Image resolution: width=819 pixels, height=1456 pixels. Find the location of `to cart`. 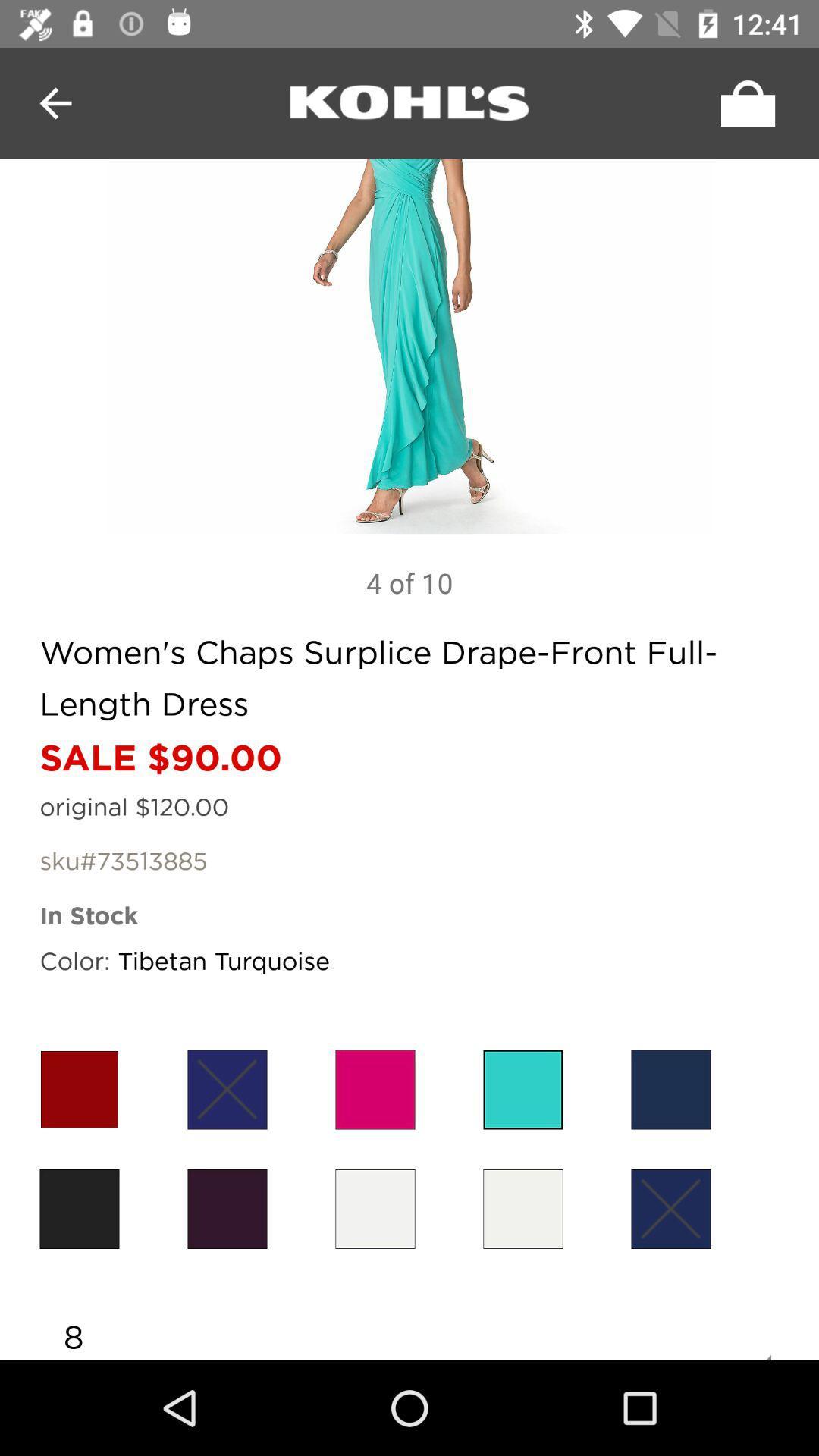

to cart is located at coordinates (743, 102).